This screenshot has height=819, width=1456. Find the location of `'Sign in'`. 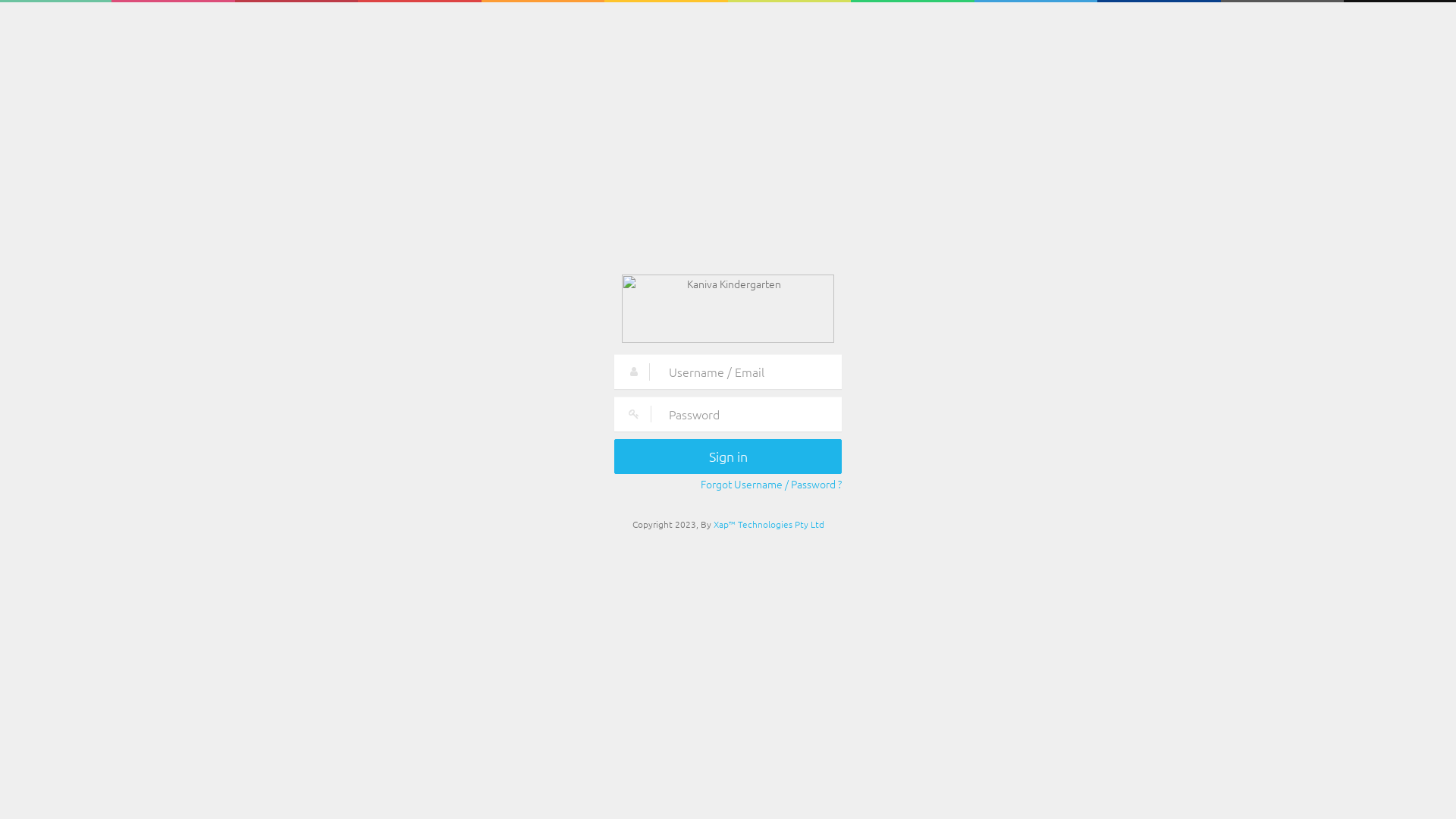

'Sign in' is located at coordinates (728, 455).